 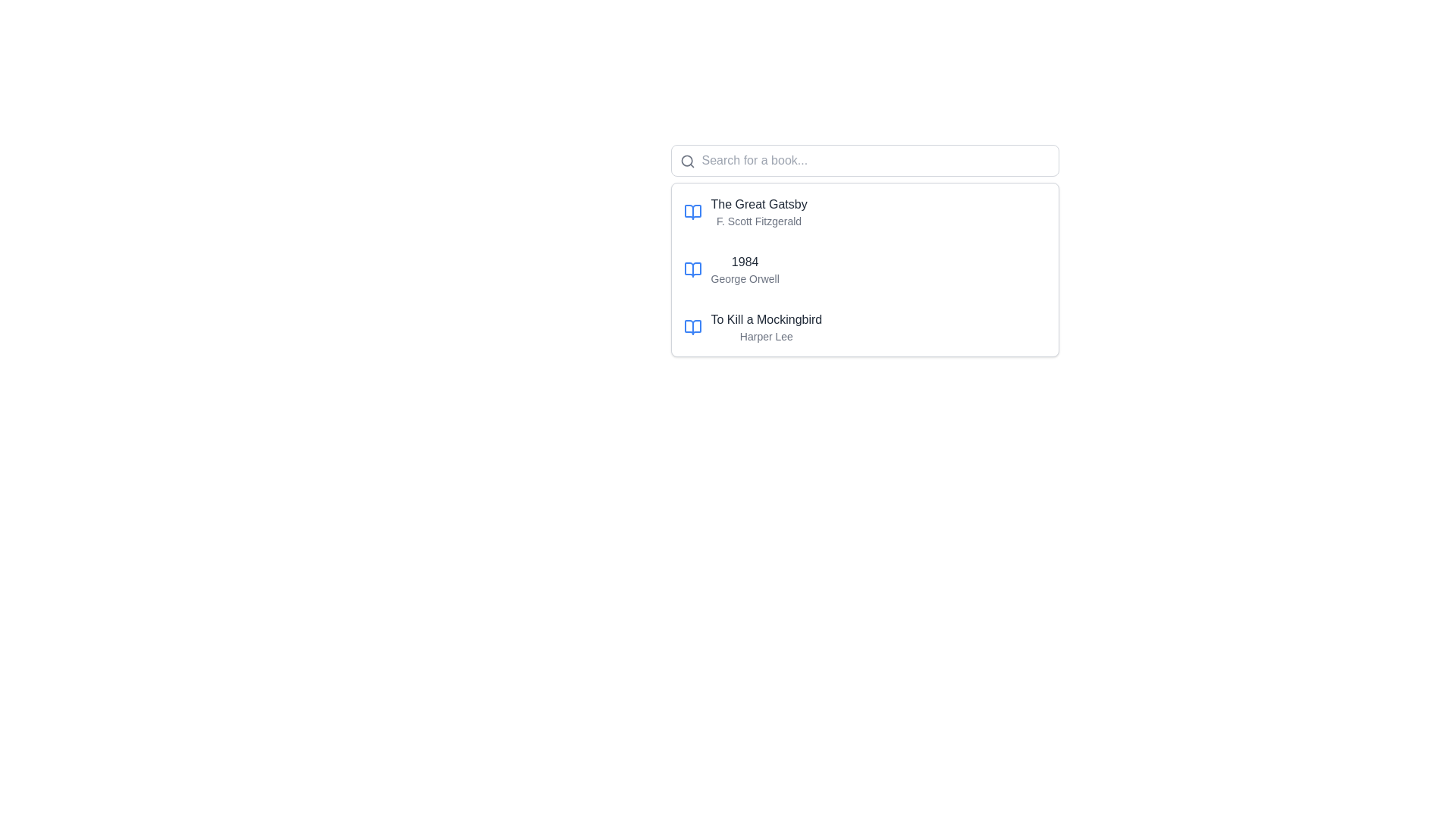 I want to click on the text label displaying the title 'The Great Gatsby' in the book list, which is located above the sibling text element 'F. Scott Fitzgerald', so click(x=759, y=205).